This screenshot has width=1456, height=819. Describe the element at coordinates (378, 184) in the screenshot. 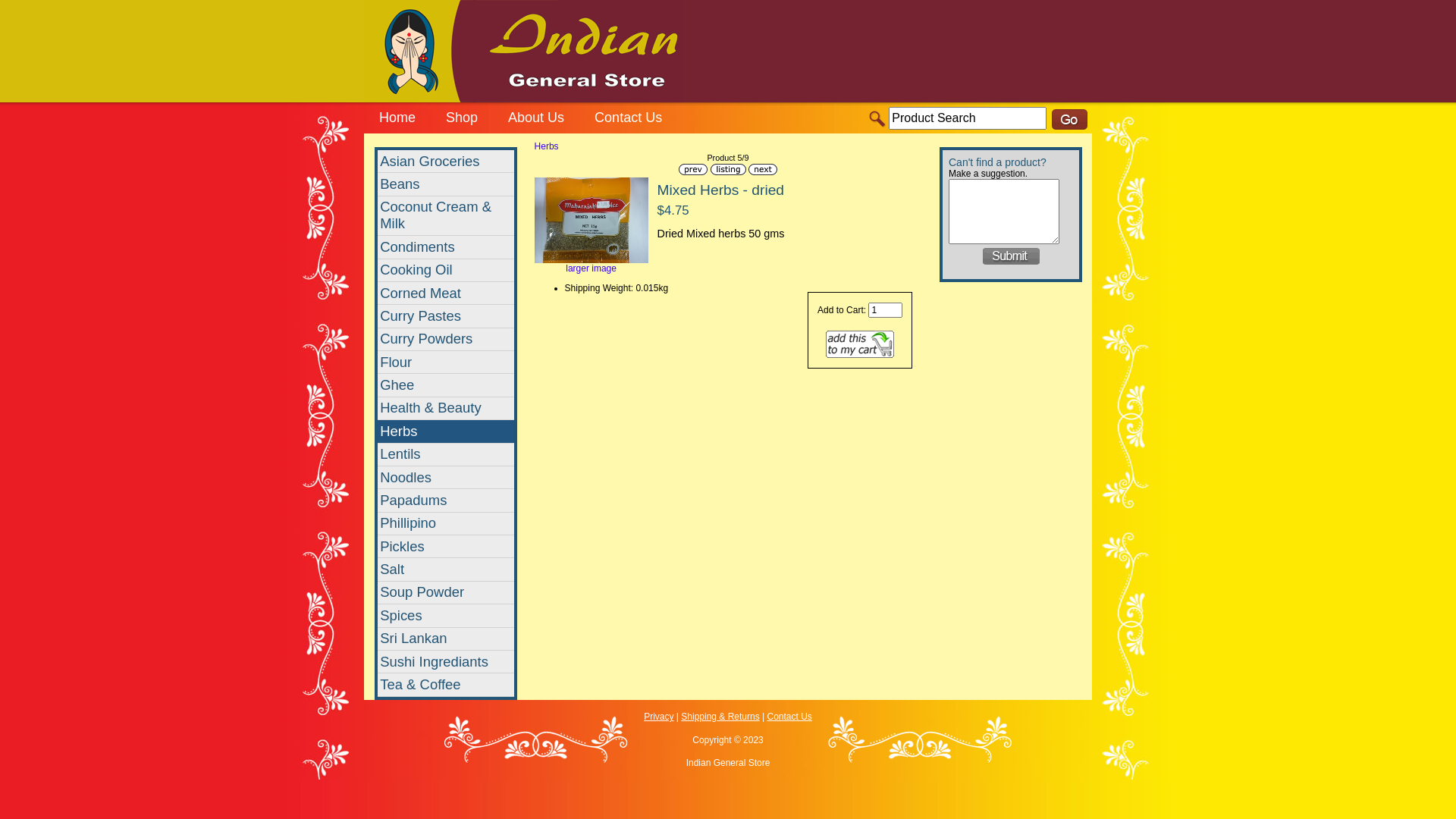

I see `'Beans'` at that location.